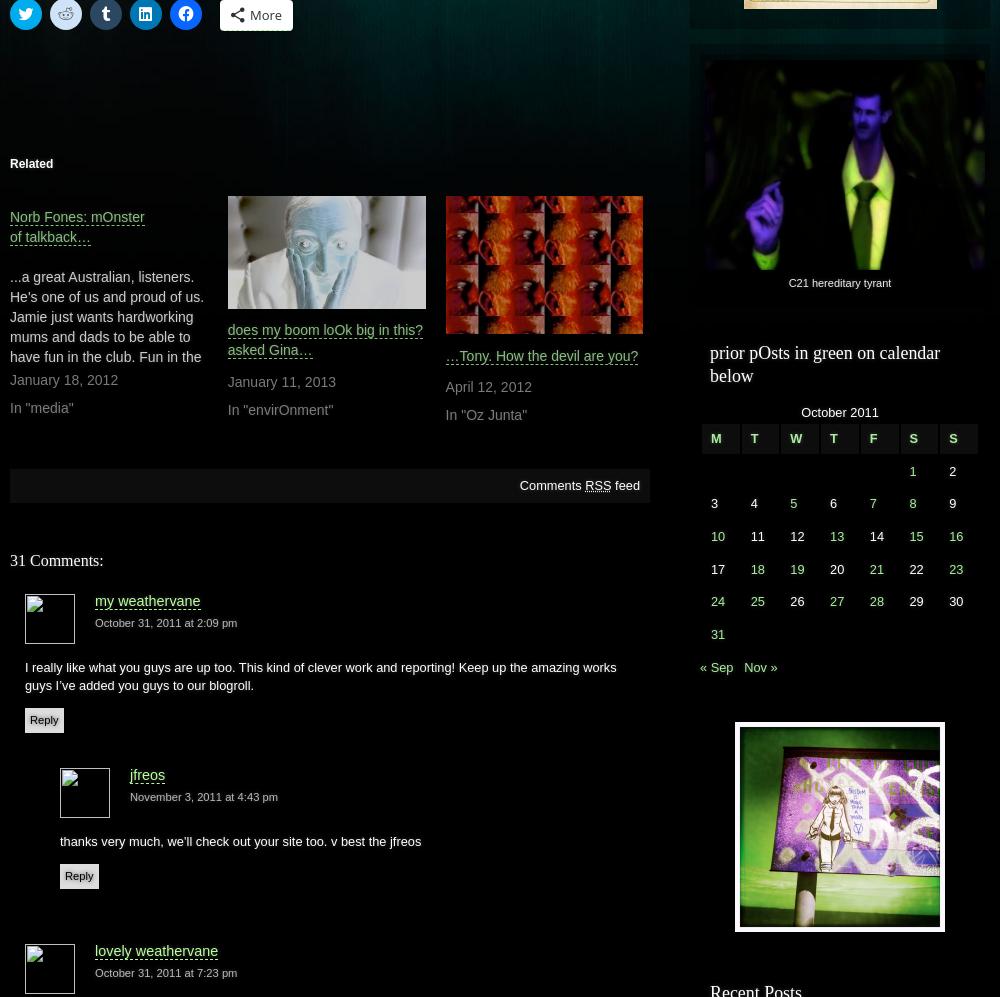 Image resolution: width=1000 pixels, height=997 pixels. Describe the element at coordinates (147, 598) in the screenshot. I see `'my weathervane'` at that location.